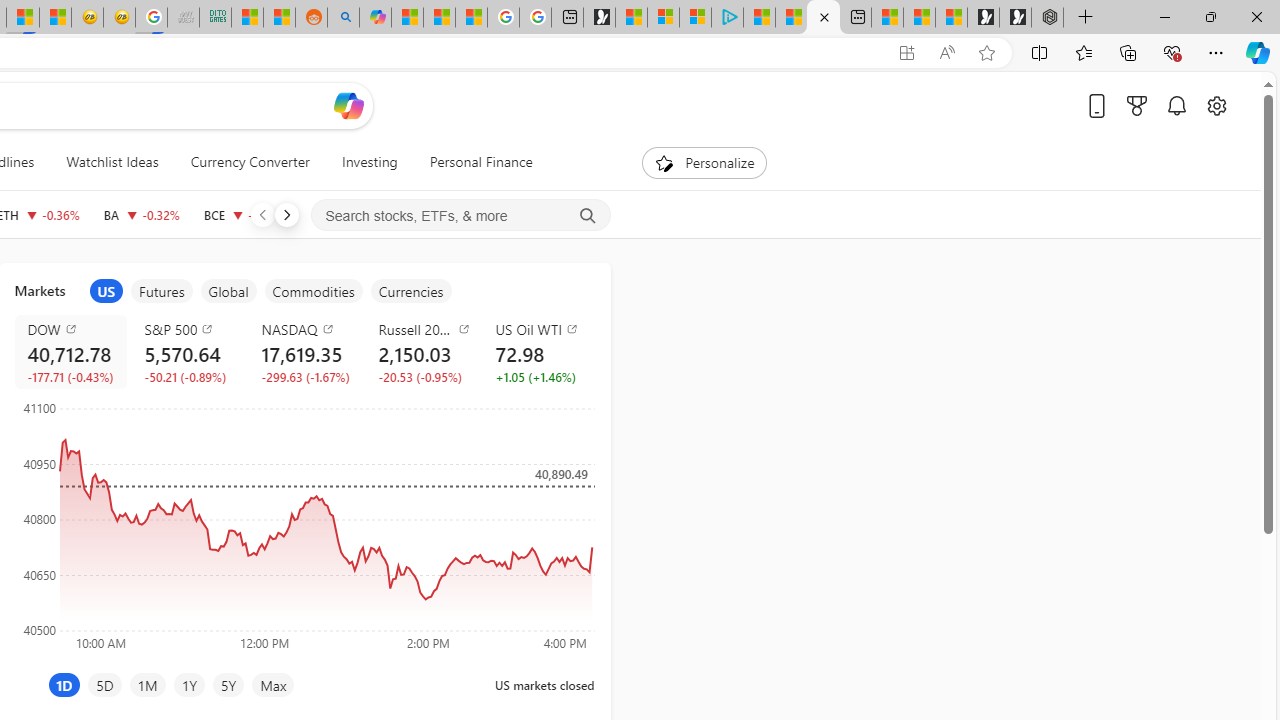 This screenshot has width=1280, height=720. Describe the element at coordinates (285, 214) in the screenshot. I see `'Next'` at that location.